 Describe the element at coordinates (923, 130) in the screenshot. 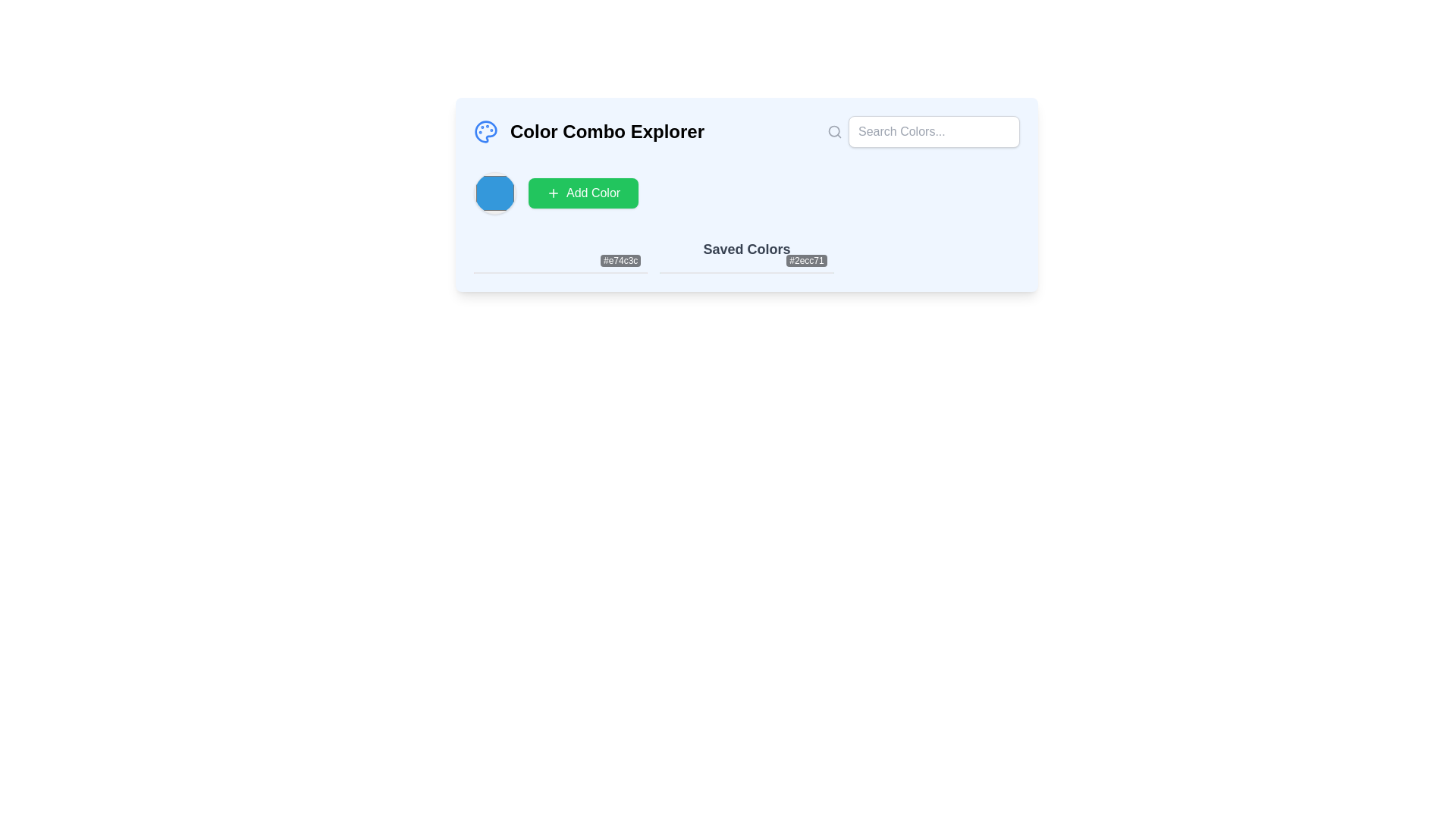

I see `the search bar located at the top-right corner of the 'Color Combo Explorer' header` at that location.